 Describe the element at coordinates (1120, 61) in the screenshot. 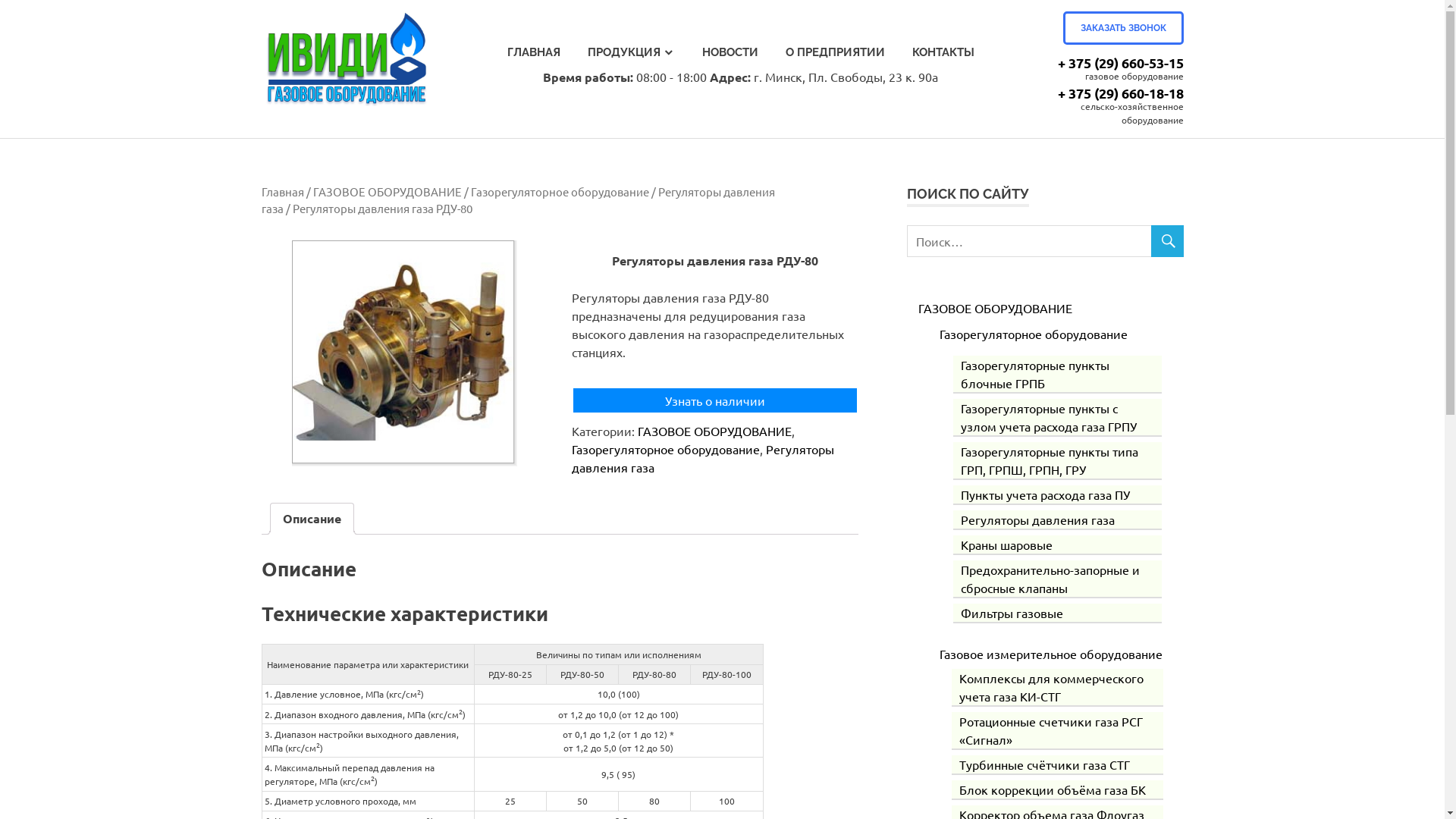

I see `'+ 375 (29) 660-53-15'` at that location.